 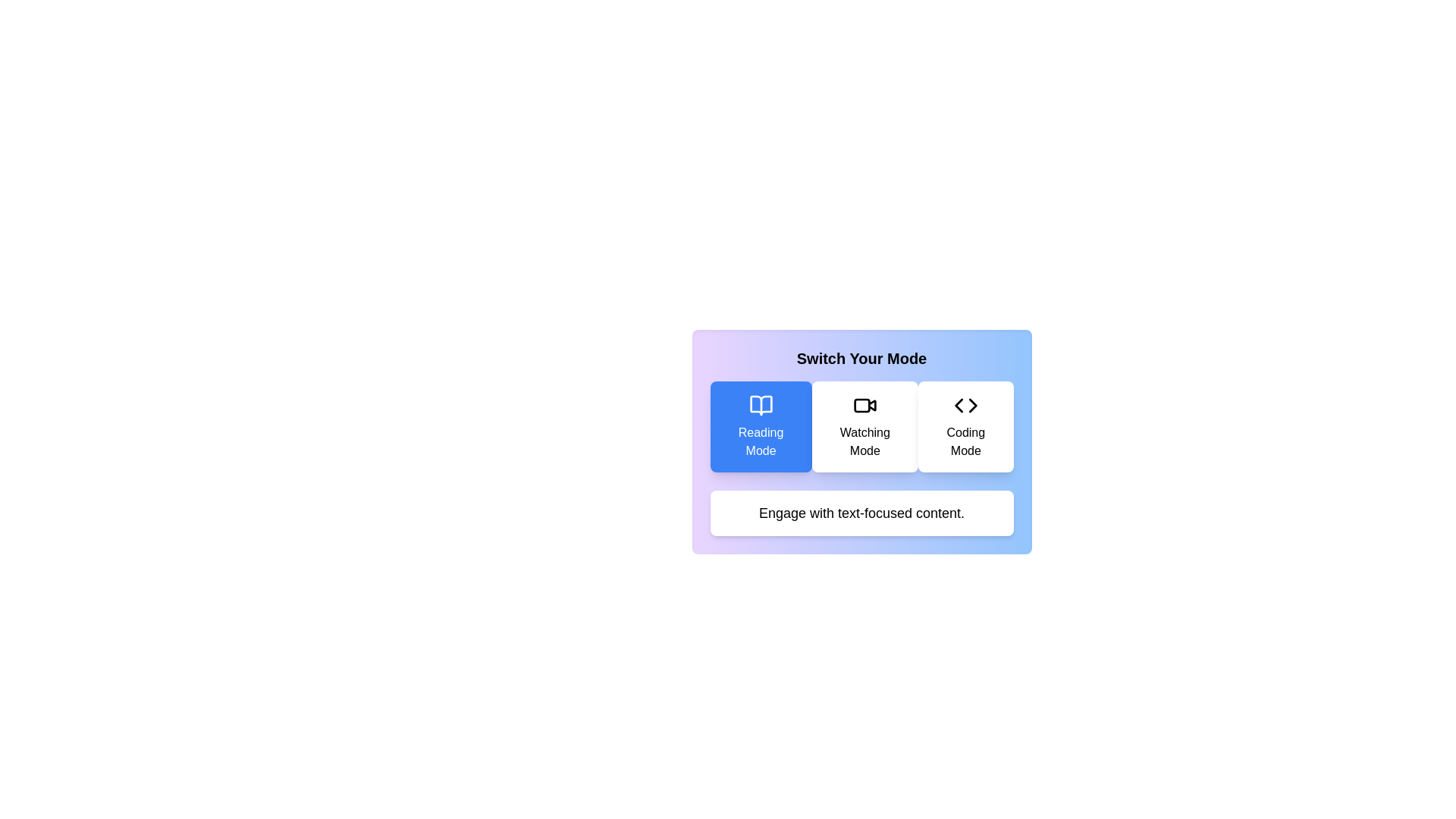 I want to click on the mode button labeled Reading Mode, so click(x=761, y=427).